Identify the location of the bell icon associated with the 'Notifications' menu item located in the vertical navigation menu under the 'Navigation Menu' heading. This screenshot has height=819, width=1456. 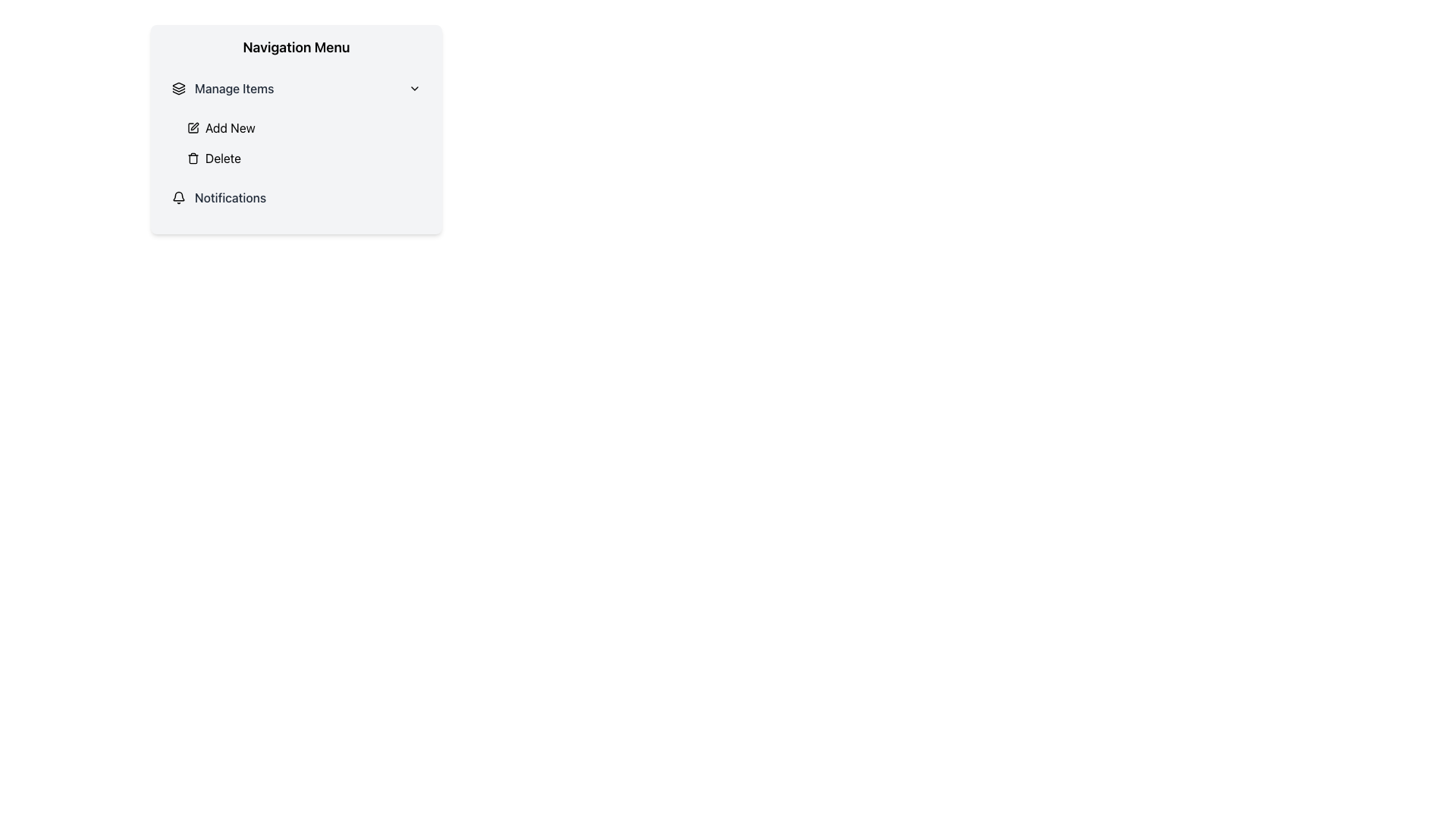
(178, 197).